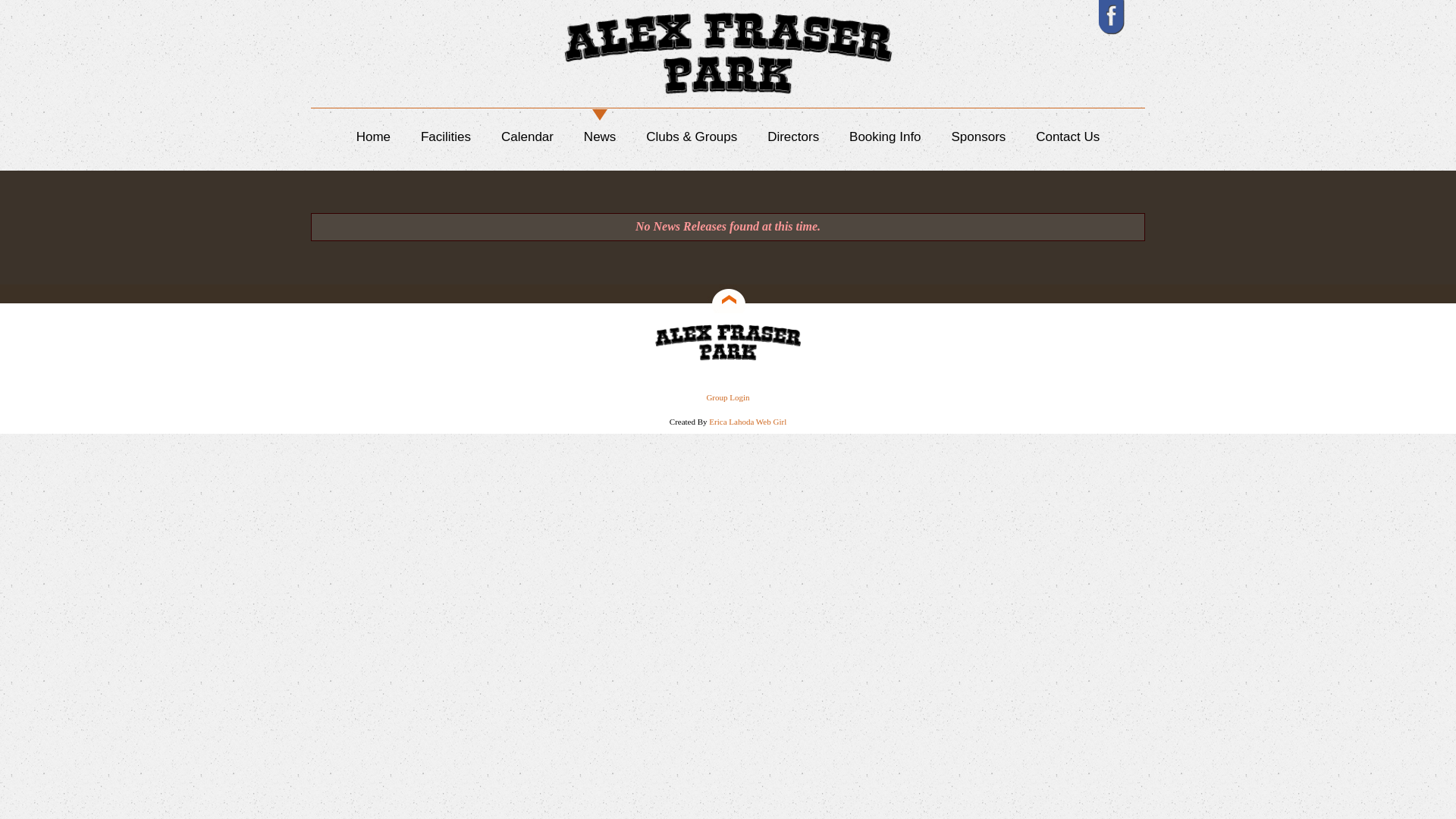  What do you see at coordinates (726, 397) in the screenshot?
I see `'Group Login'` at bounding box center [726, 397].